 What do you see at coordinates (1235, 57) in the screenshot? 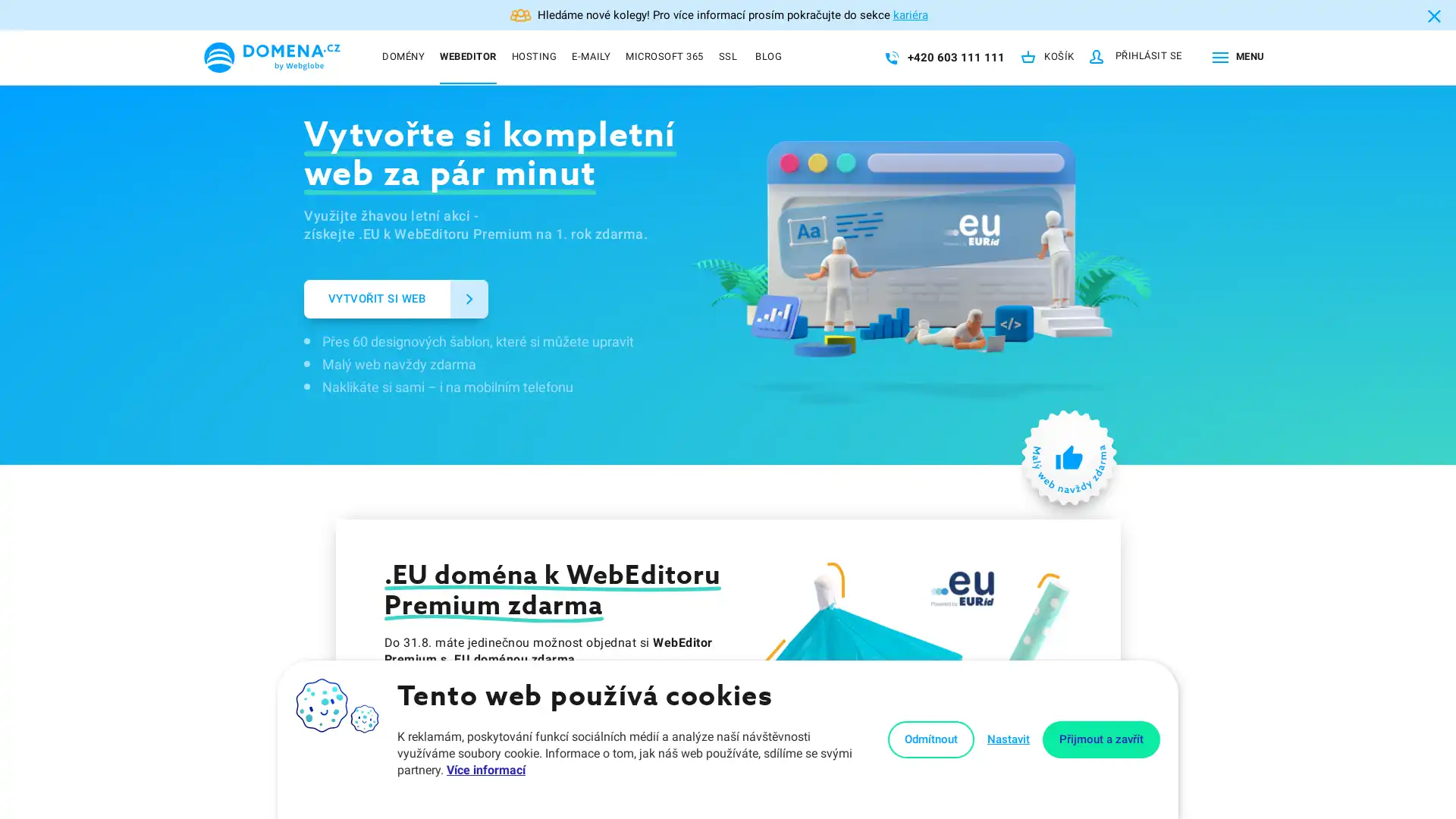
I see `menu MENU` at bounding box center [1235, 57].